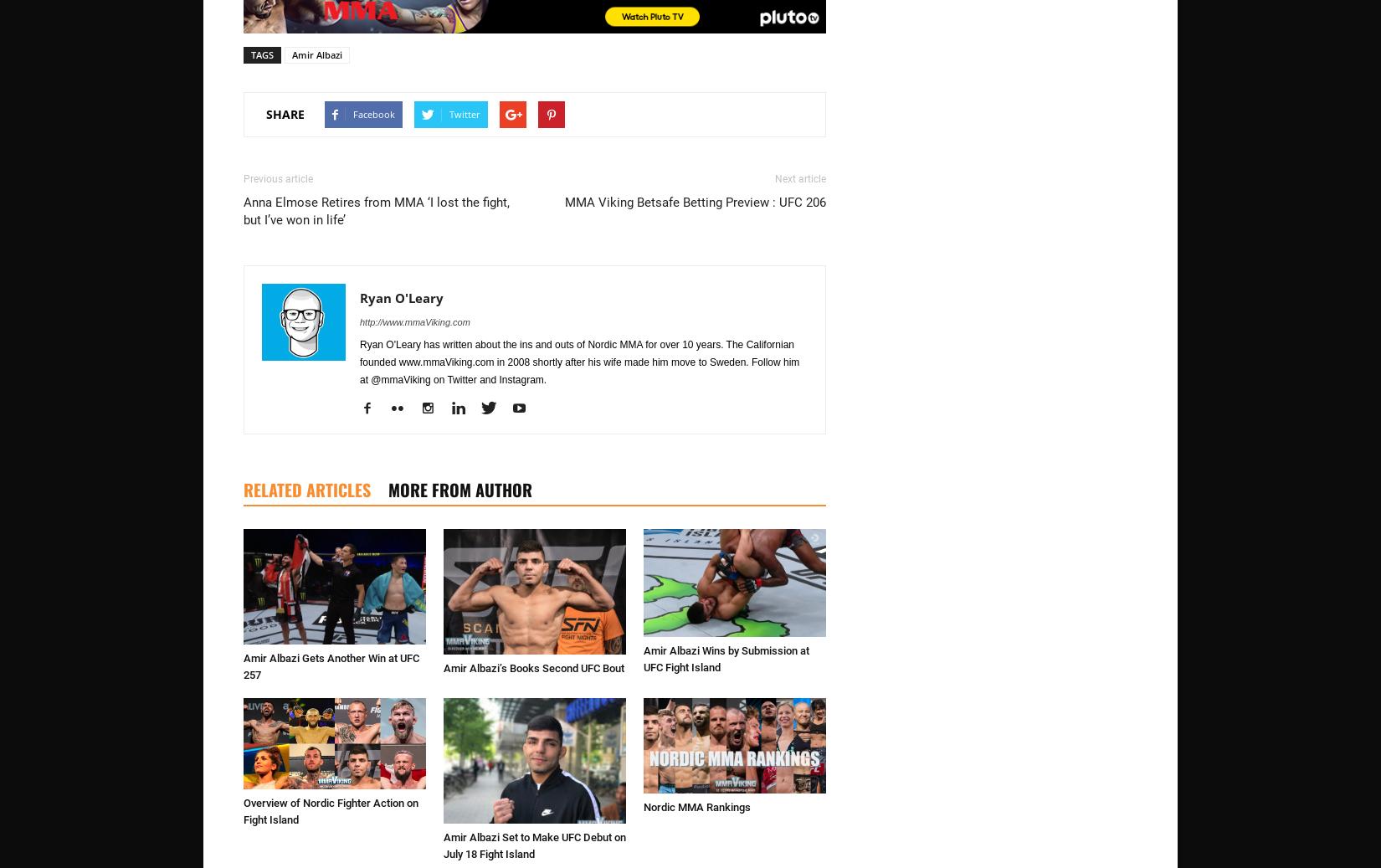 The height and width of the screenshot is (868, 1381). What do you see at coordinates (726, 659) in the screenshot?
I see `'Amir Albazi Wins by Submission at UFC Fight Island'` at bounding box center [726, 659].